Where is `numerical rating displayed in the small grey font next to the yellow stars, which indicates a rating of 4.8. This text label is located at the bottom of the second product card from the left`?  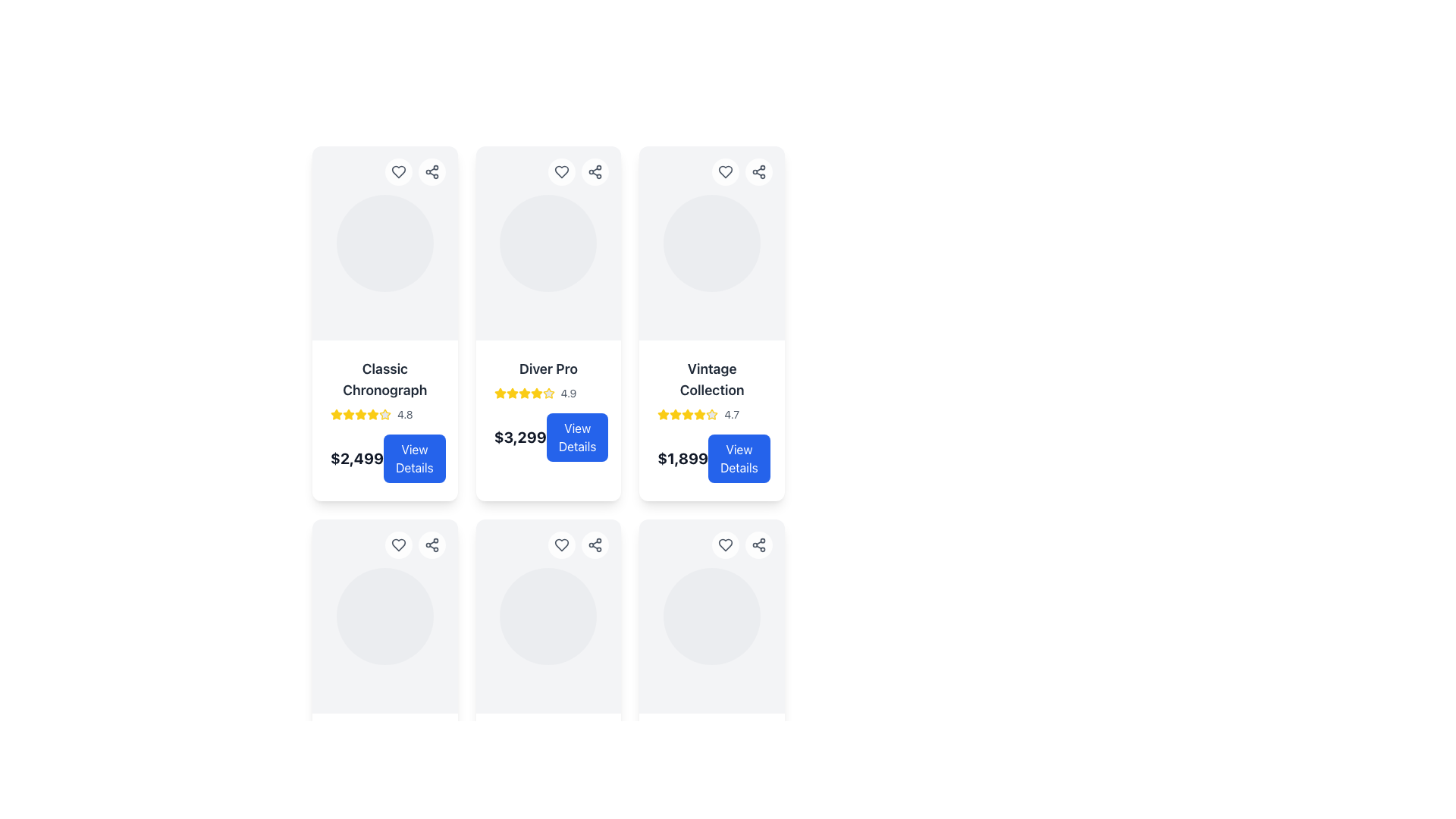
numerical rating displayed in the small grey font next to the yellow stars, which indicates a rating of 4.8. This text label is located at the bottom of the second product card from the left is located at coordinates (405, 415).